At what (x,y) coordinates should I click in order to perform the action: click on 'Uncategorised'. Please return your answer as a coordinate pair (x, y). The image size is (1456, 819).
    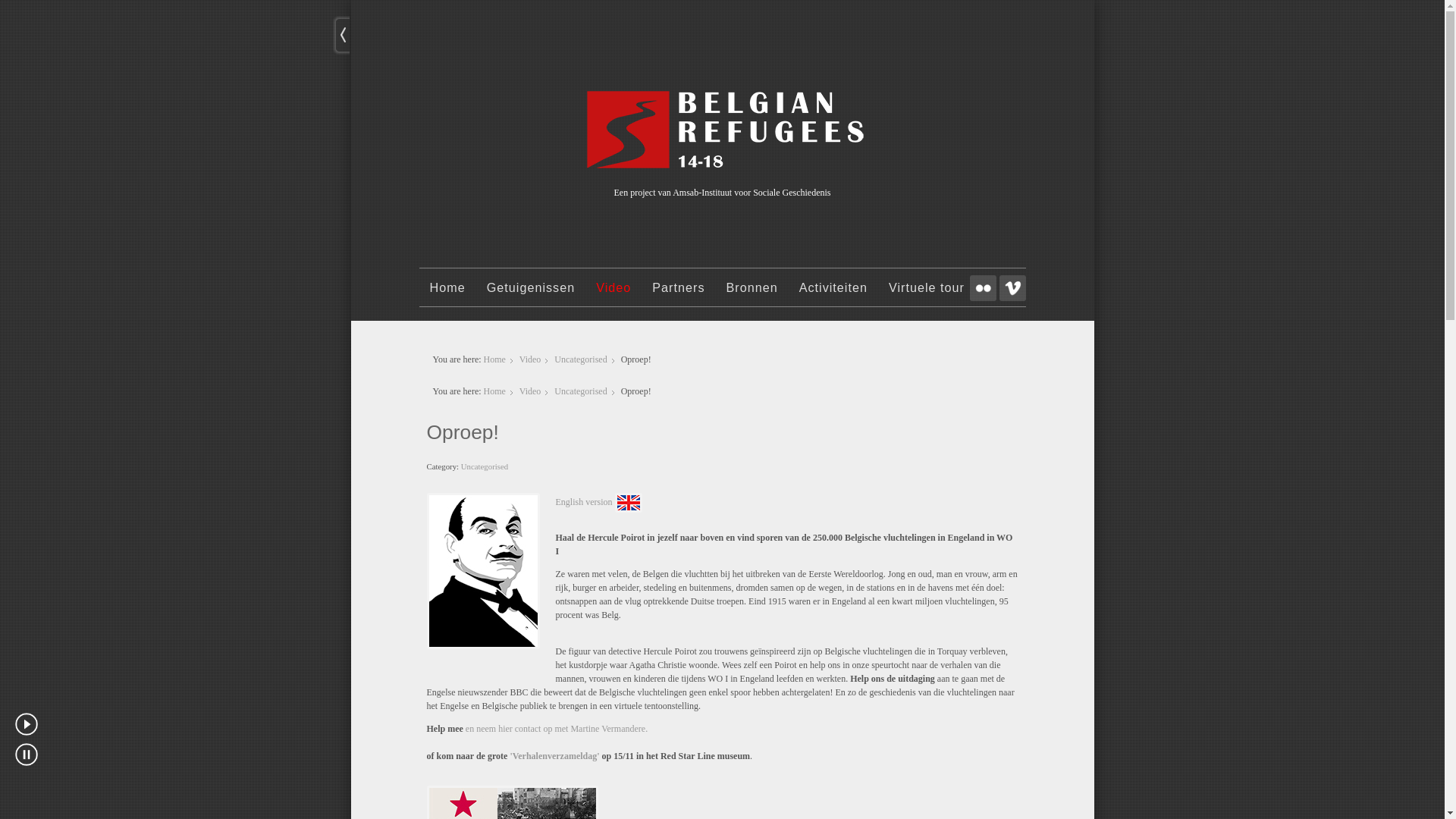
    Looking at the image, I should click on (483, 465).